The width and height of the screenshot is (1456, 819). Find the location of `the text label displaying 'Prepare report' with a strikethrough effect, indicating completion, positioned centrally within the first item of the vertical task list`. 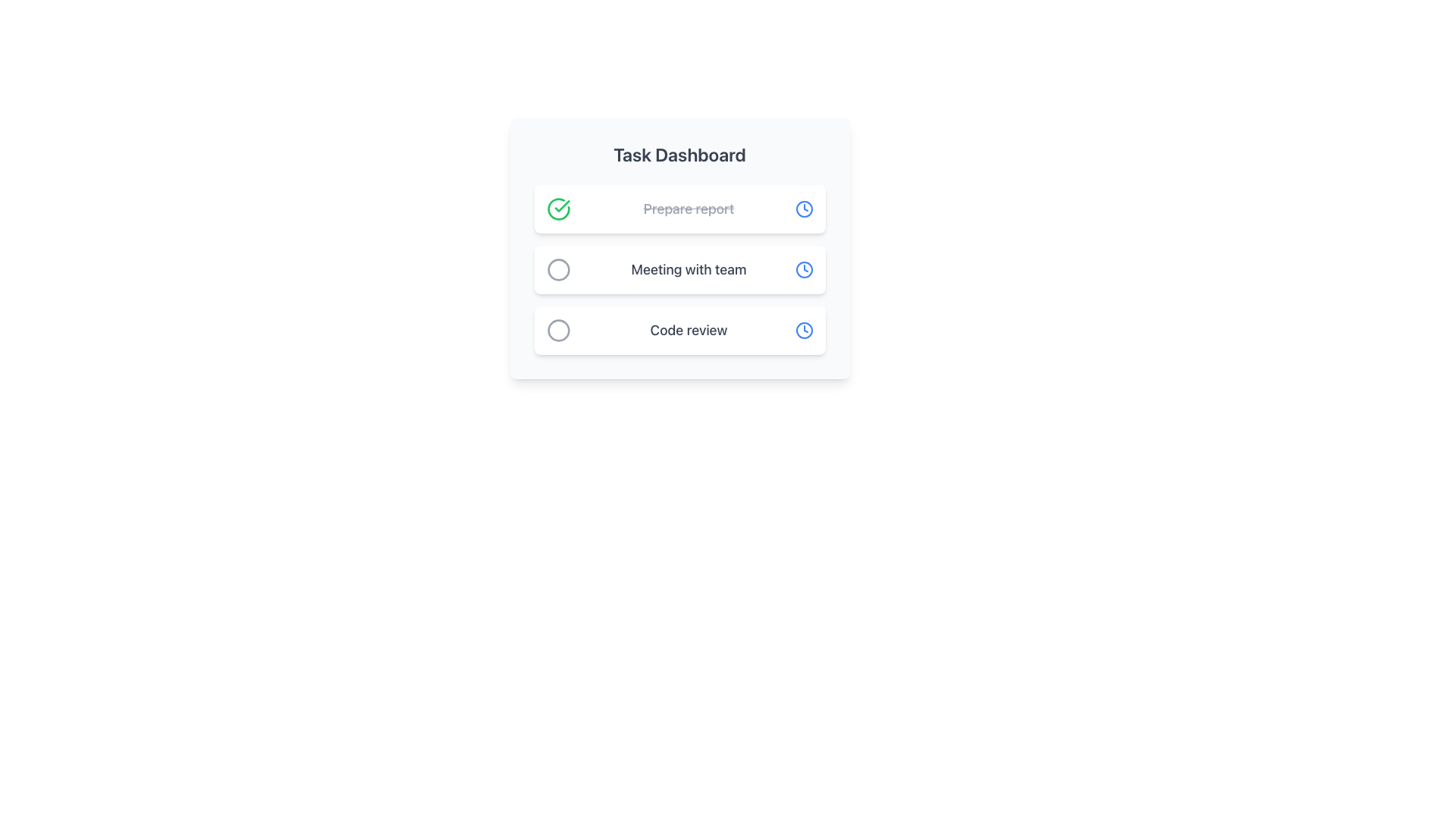

the text label displaying 'Prepare report' with a strikethrough effect, indicating completion, positioned centrally within the first item of the vertical task list is located at coordinates (688, 209).